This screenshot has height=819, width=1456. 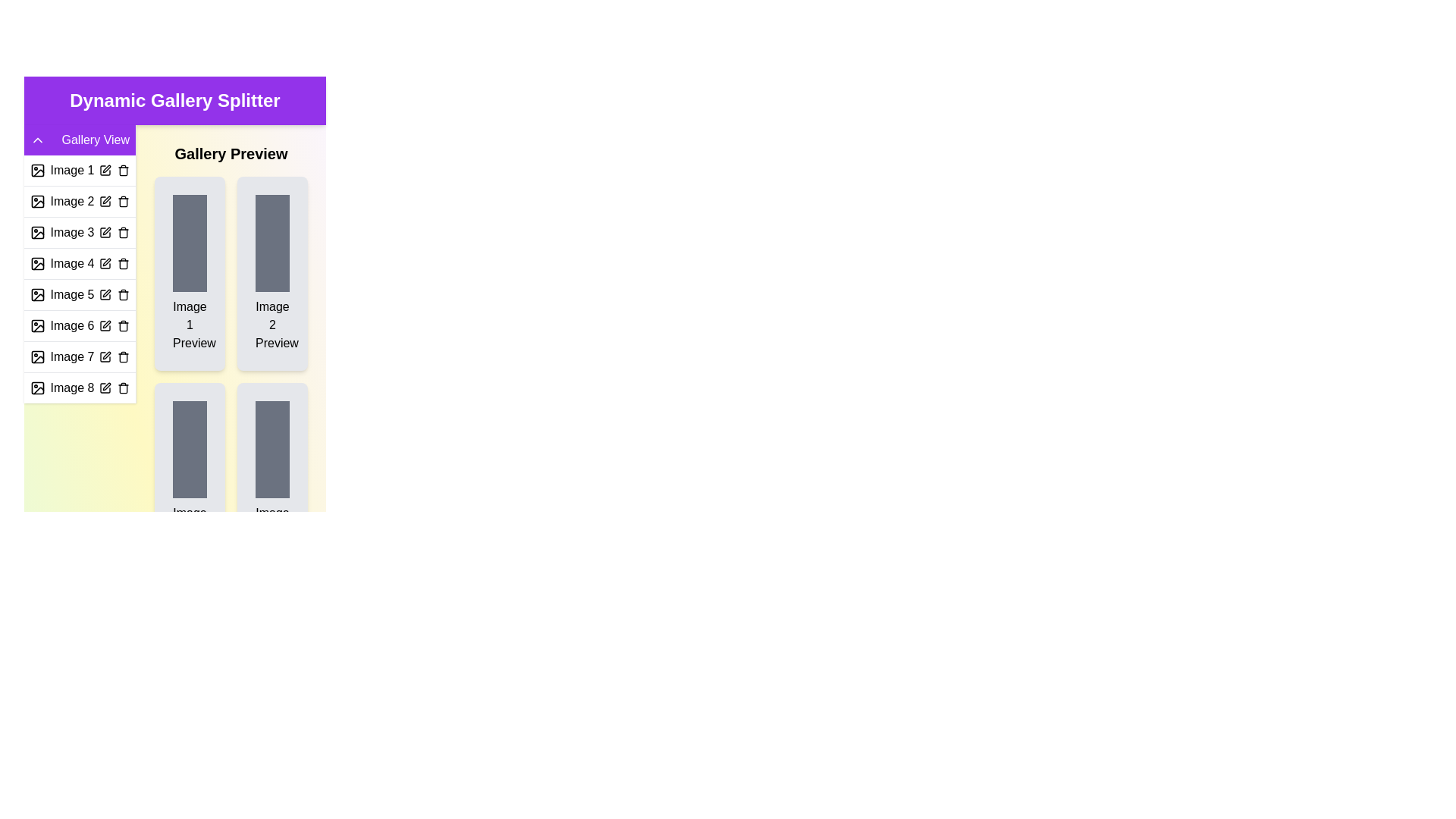 What do you see at coordinates (105, 324) in the screenshot?
I see `the edit icon button located next to the 'Image 6' label in the left sidebar to initiate the edit action` at bounding box center [105, 324].